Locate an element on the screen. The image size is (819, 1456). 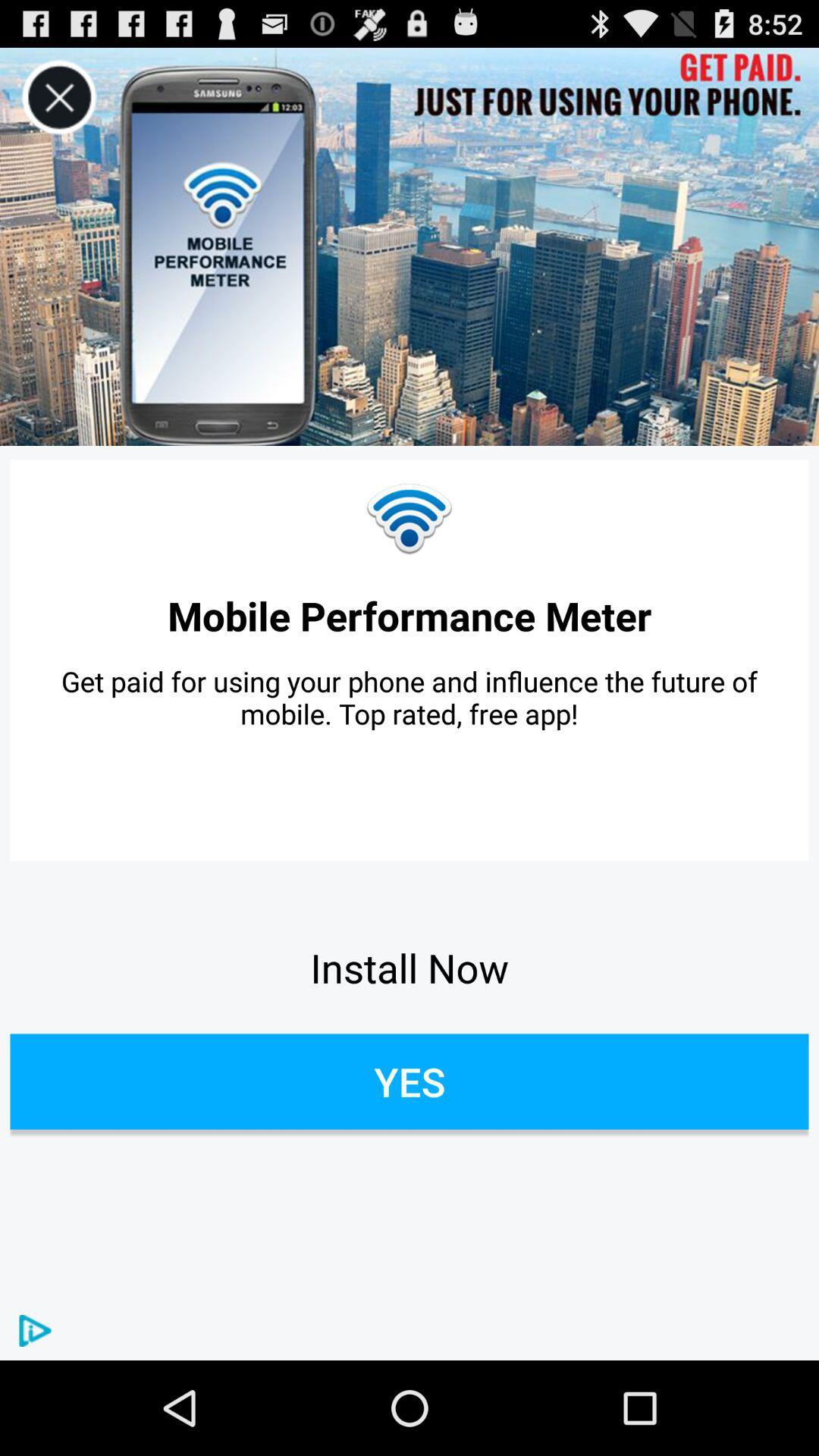
the network_wifi icon is located at coordinates (409, 554).